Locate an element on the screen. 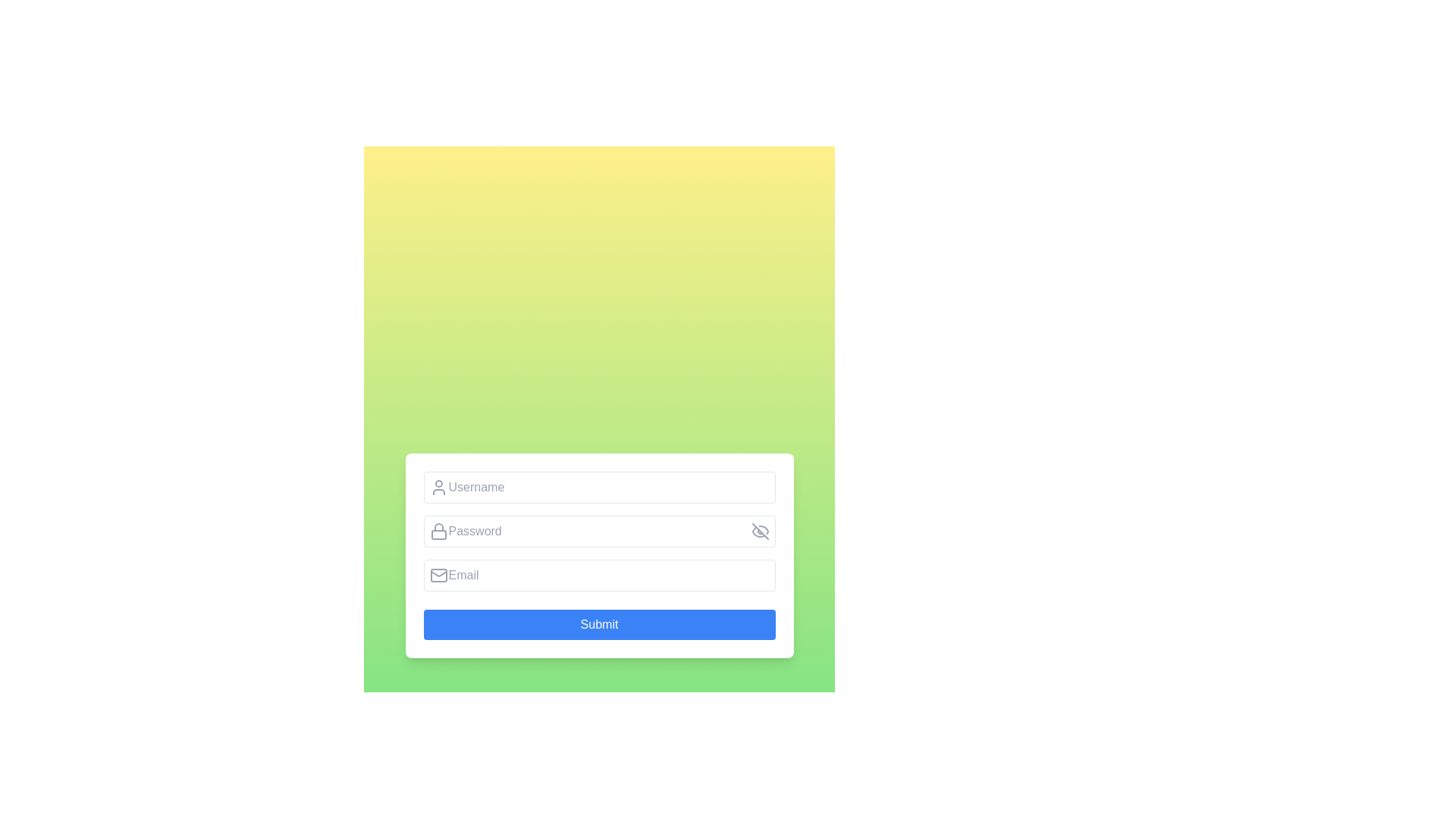 Image resolution: width=1456 pixels, height=819 pixels. the lock icon which is positioned to the left of the 'Password' input field and has a gray stroke with a rounded rectangular base and a semi-circular loop on top is located at coordinates (438, 531).